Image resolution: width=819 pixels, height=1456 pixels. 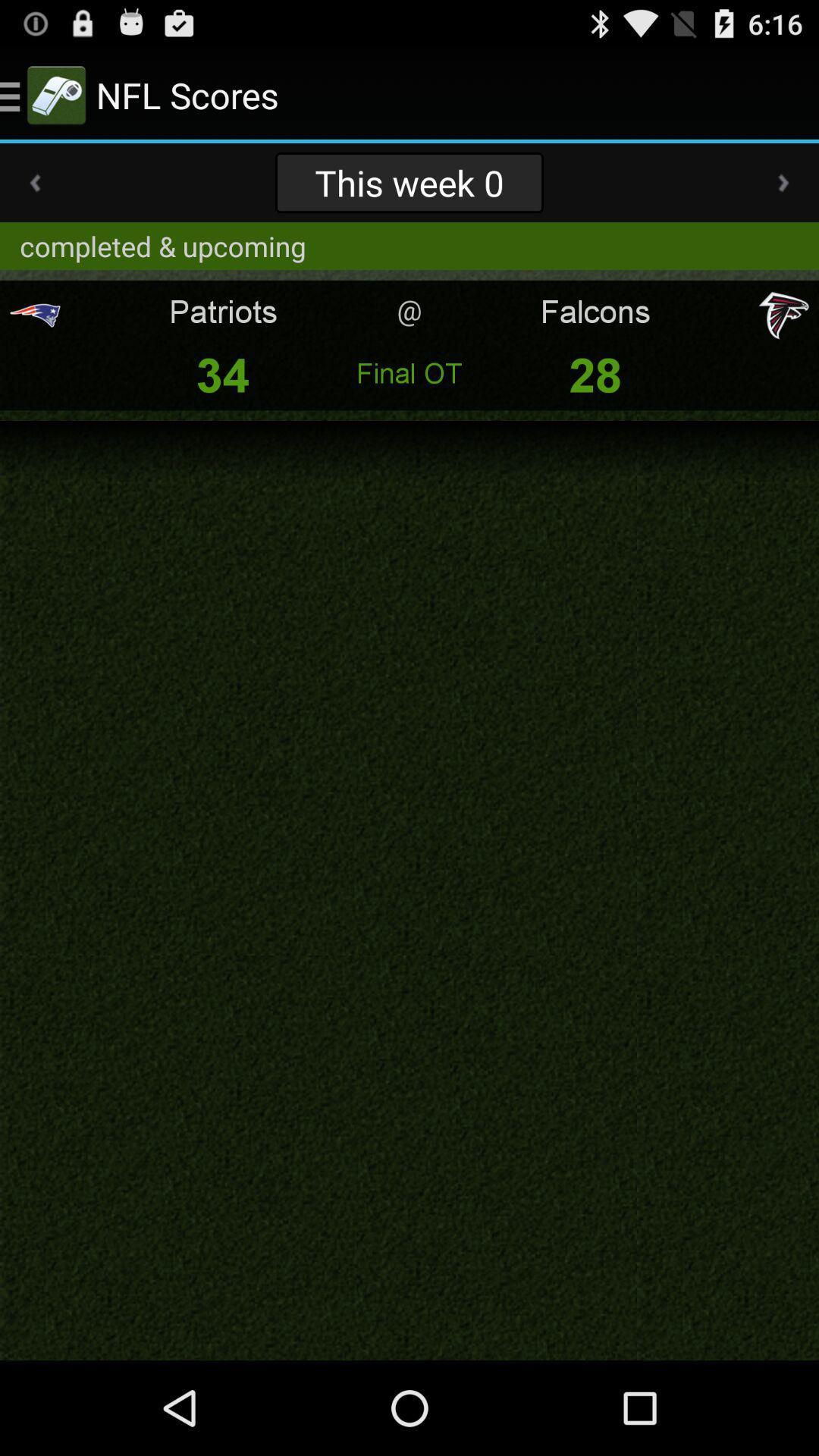 What do you see at coordinates (34, 182) in the screenshot?
I see `app above completed & upcoming` at bounding box center [34, 182].